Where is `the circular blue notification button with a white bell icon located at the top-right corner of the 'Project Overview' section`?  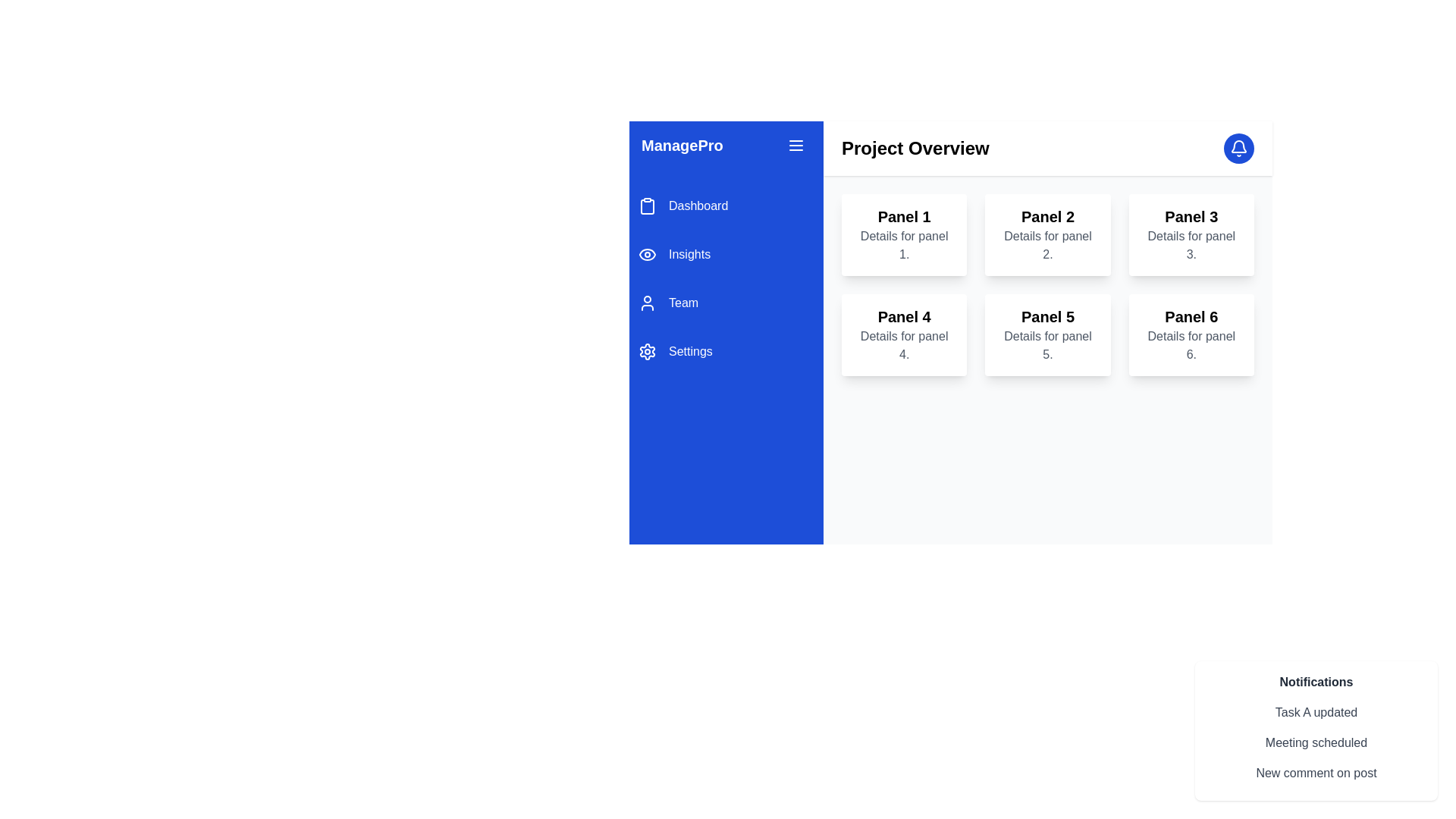
the circular blue notification button with a white bell icon located at the top-right corner of the 'Project Overview' section is located at coordinates (1238, 149).